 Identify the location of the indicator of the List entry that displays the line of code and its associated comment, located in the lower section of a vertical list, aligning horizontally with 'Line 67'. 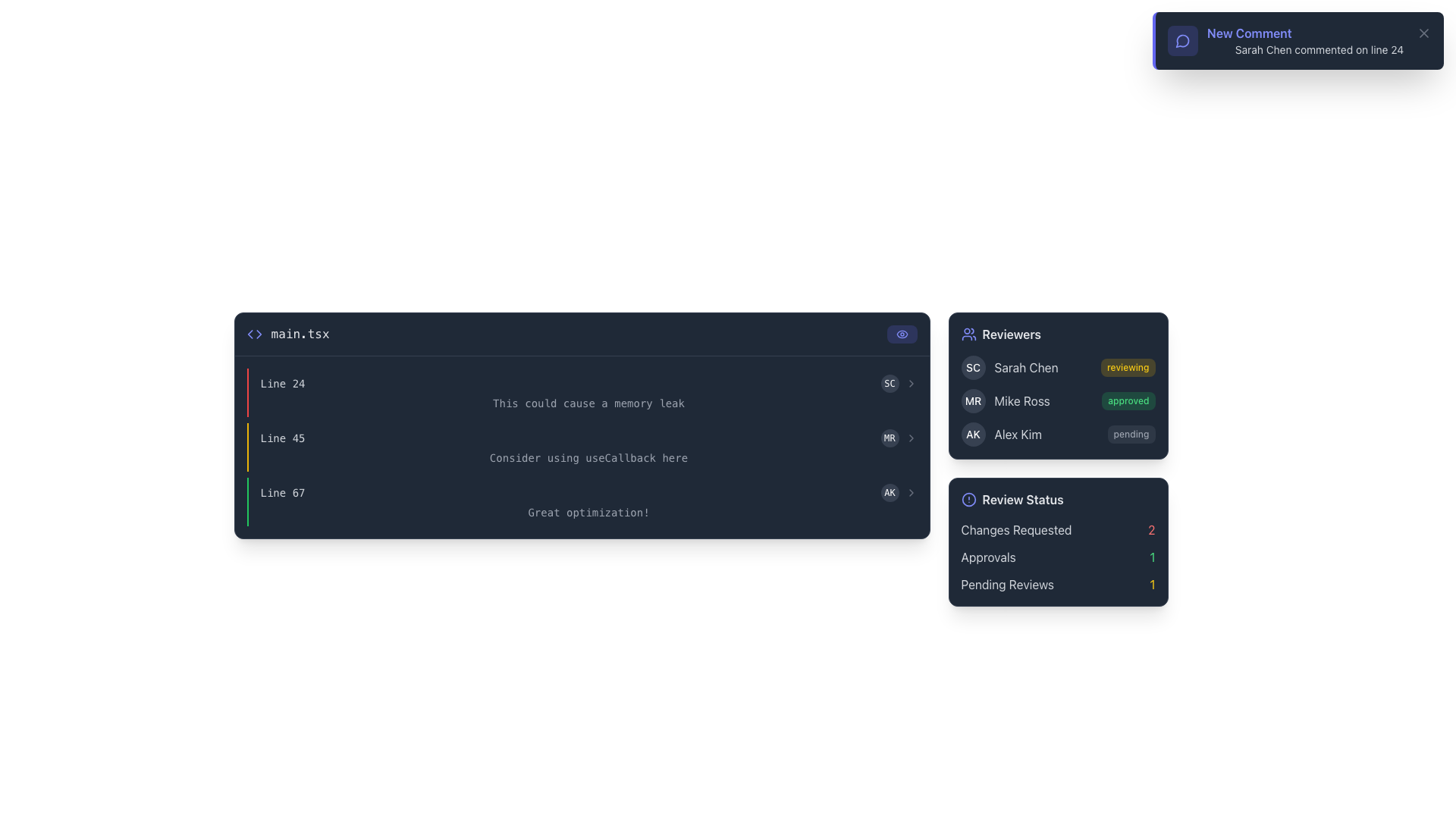
(581, 502).